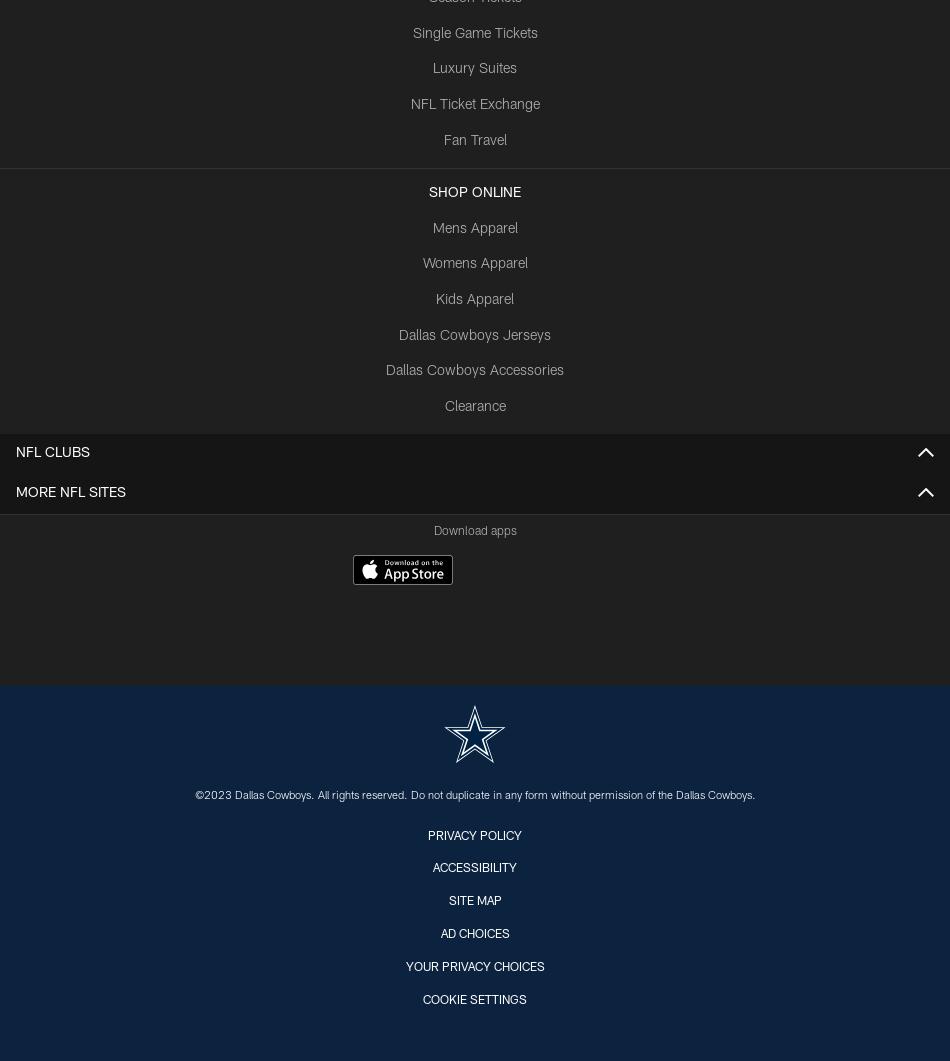 The image size is (950, 1061). Describe the element at coordinates (70, 494) in the screenshot. I see `'More NFL Sites'` at that location.